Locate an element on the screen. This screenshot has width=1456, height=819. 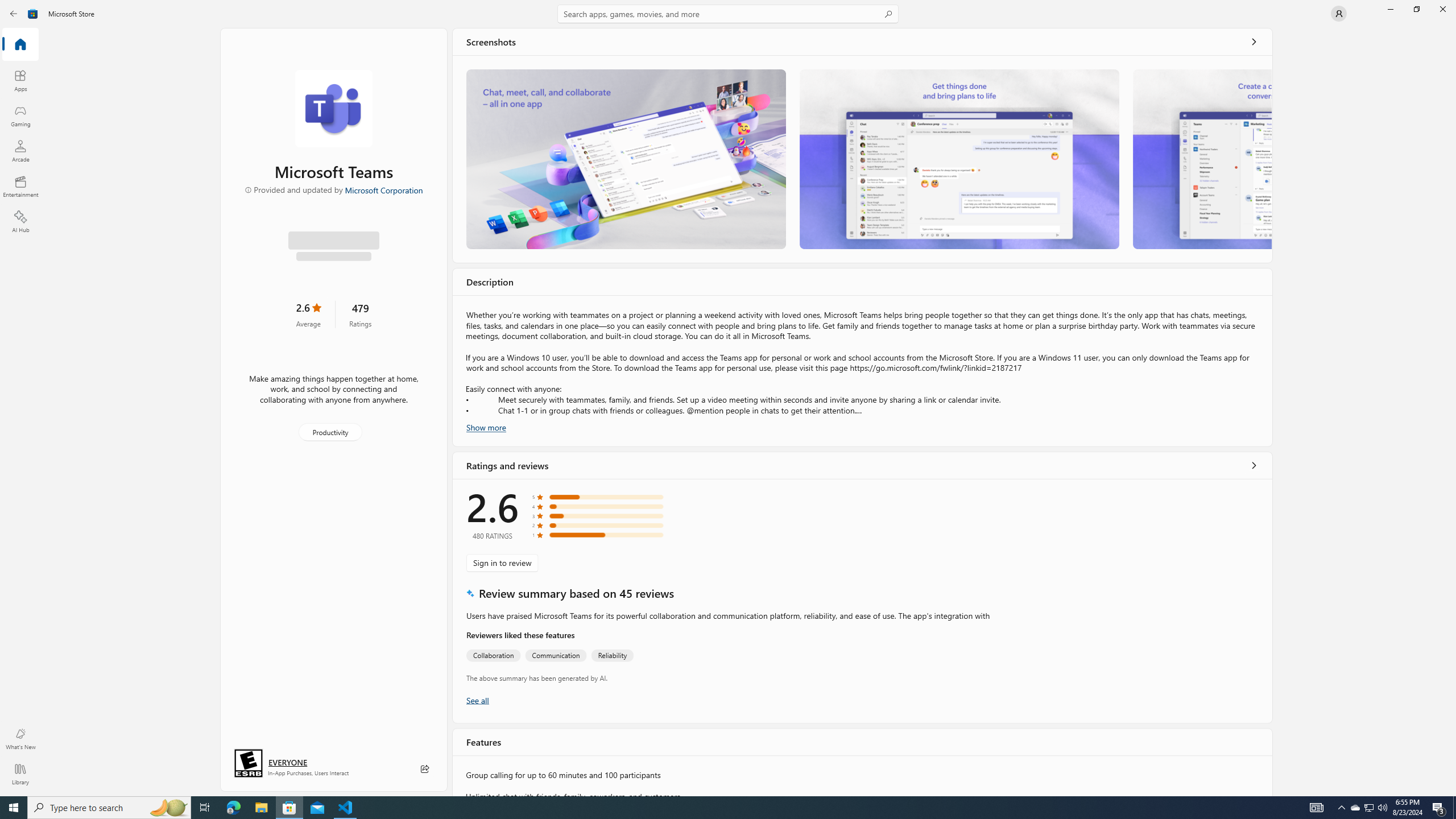
'Close Microsoft Store' is located at coordinates (1442, 9).